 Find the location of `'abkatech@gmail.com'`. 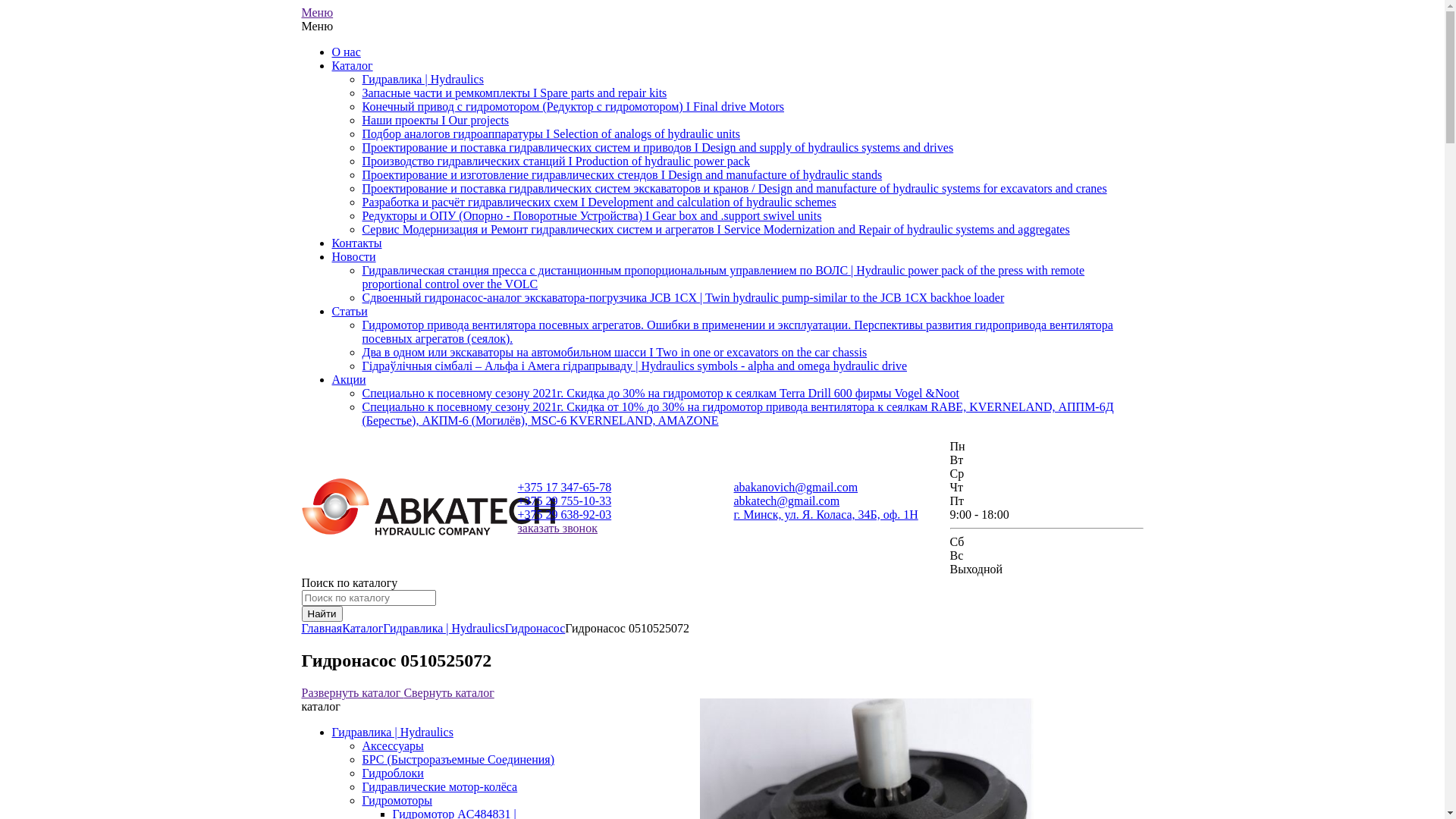

'abkatech@gmail.com' is located at coordinates (786, 500).